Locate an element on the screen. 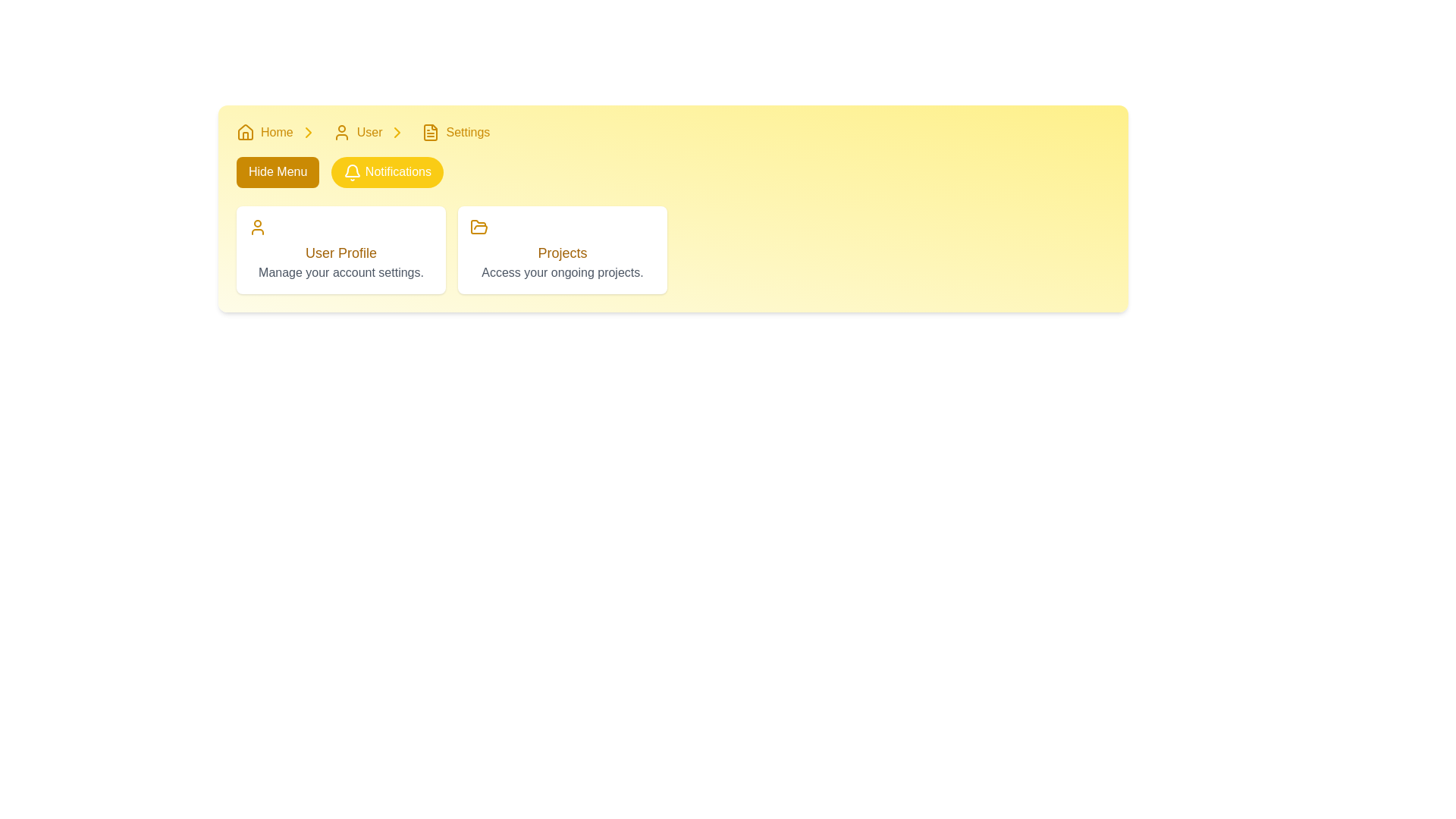  the static visual icon representing the user's profile, located at the top-left corner of the 'User Profile' card is located at coordinates (258, 227).